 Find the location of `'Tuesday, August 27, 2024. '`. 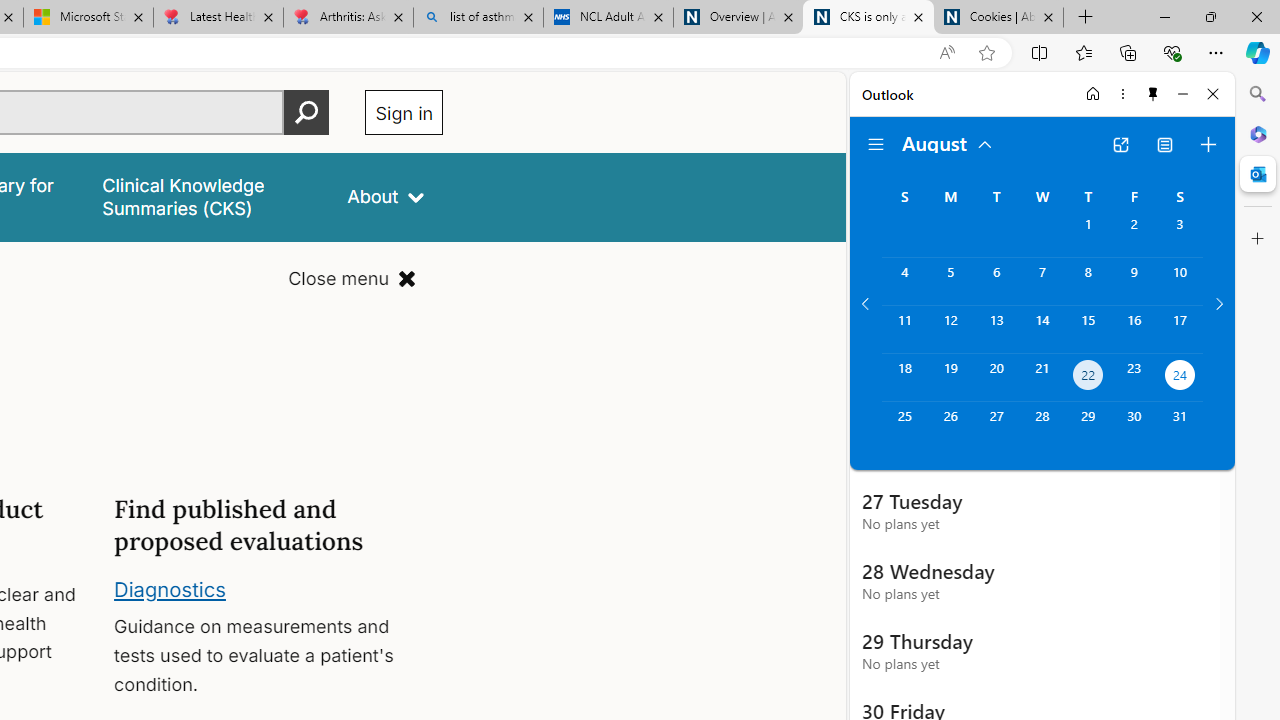

'Tuesday, August 27, 2024. ' is located at coordinates (996, 424).